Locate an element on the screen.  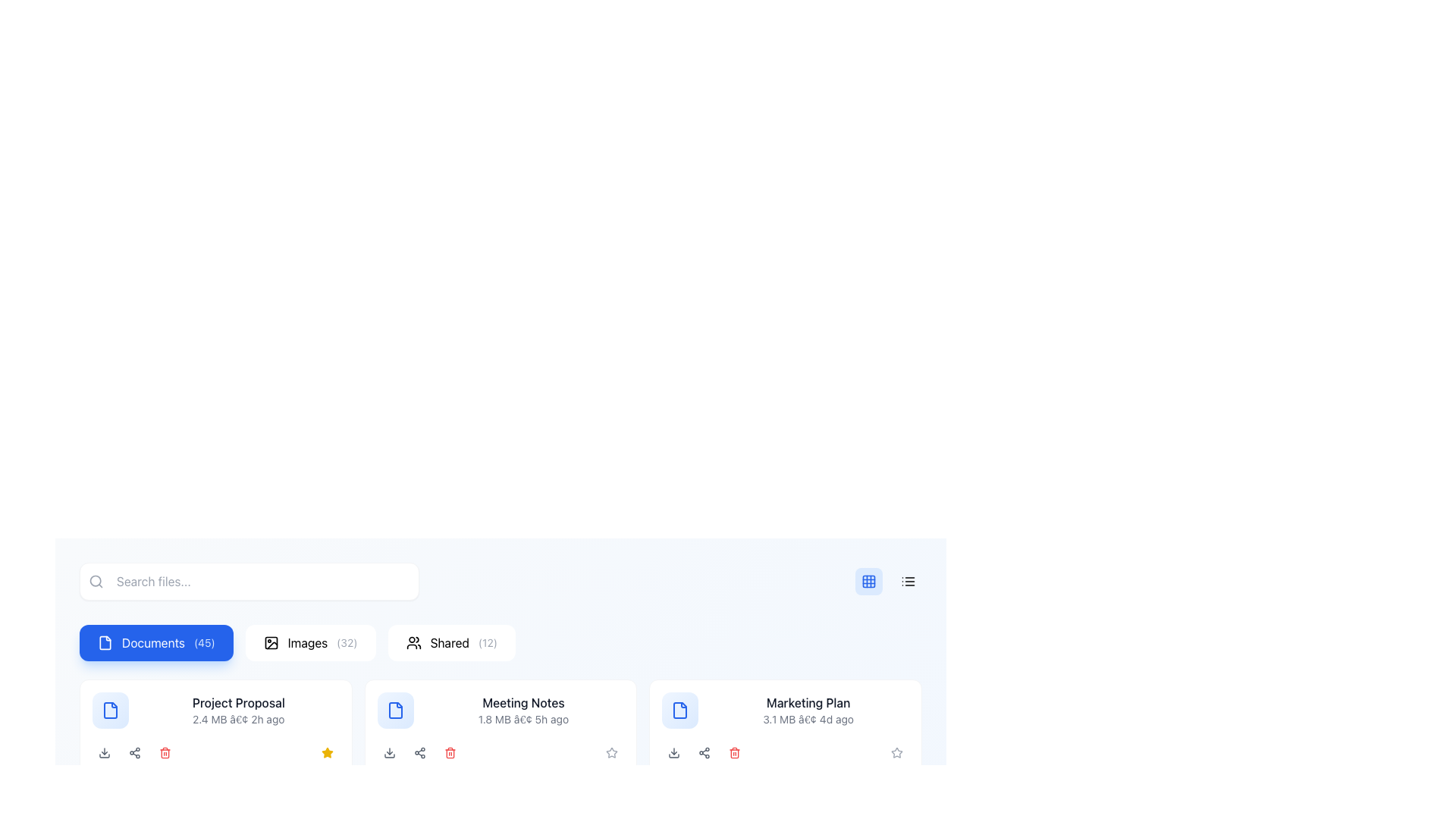
the gray button with a network icon that is the second button beneath the 'Meeting Notes' card is located at coordinates (419, 752).